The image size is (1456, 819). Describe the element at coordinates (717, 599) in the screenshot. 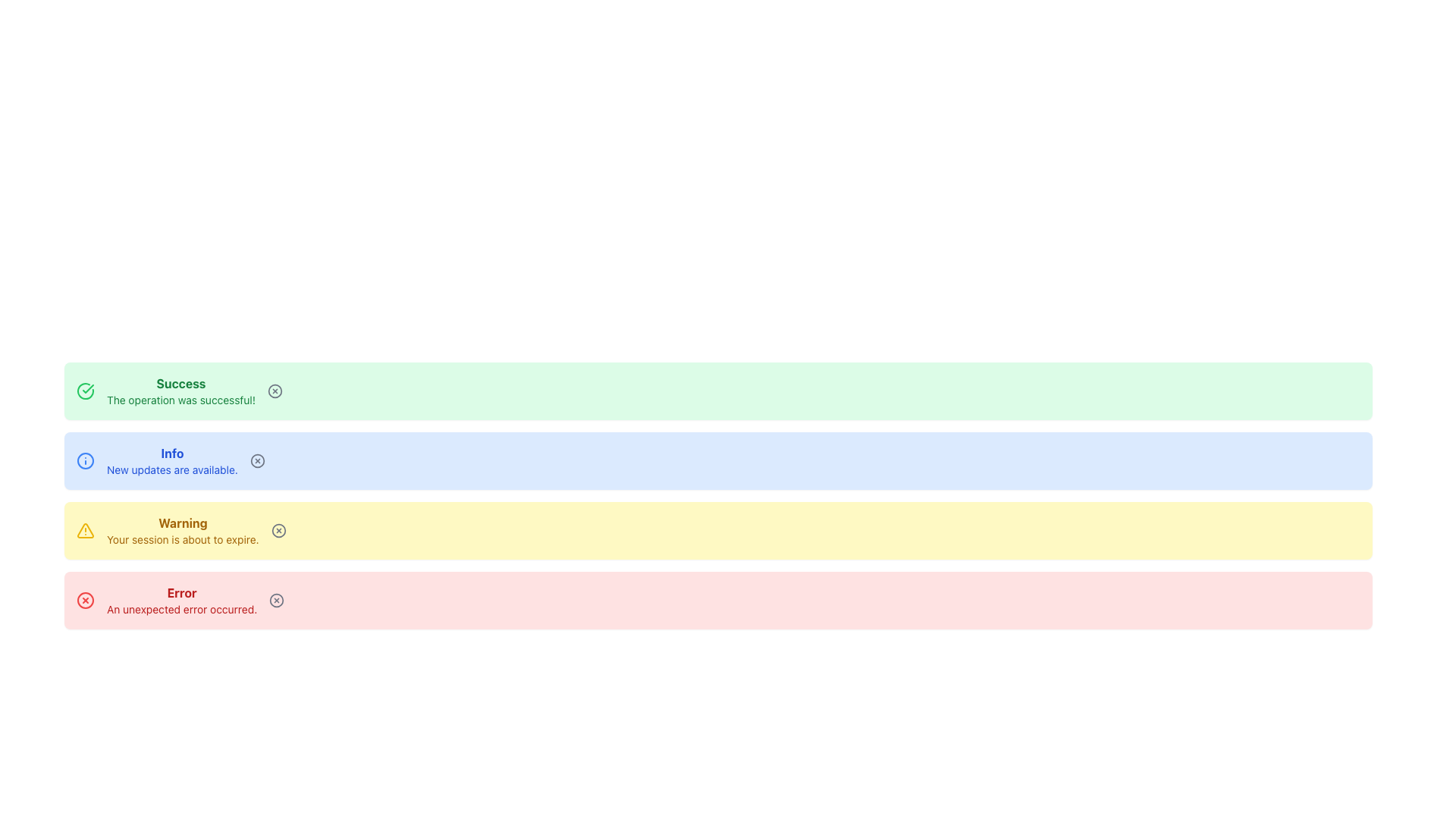

I see `error message displayed in the Notification Bar, which has a red background and contains the text 'Error' and 'An unexpected error occurred.'` at that location.